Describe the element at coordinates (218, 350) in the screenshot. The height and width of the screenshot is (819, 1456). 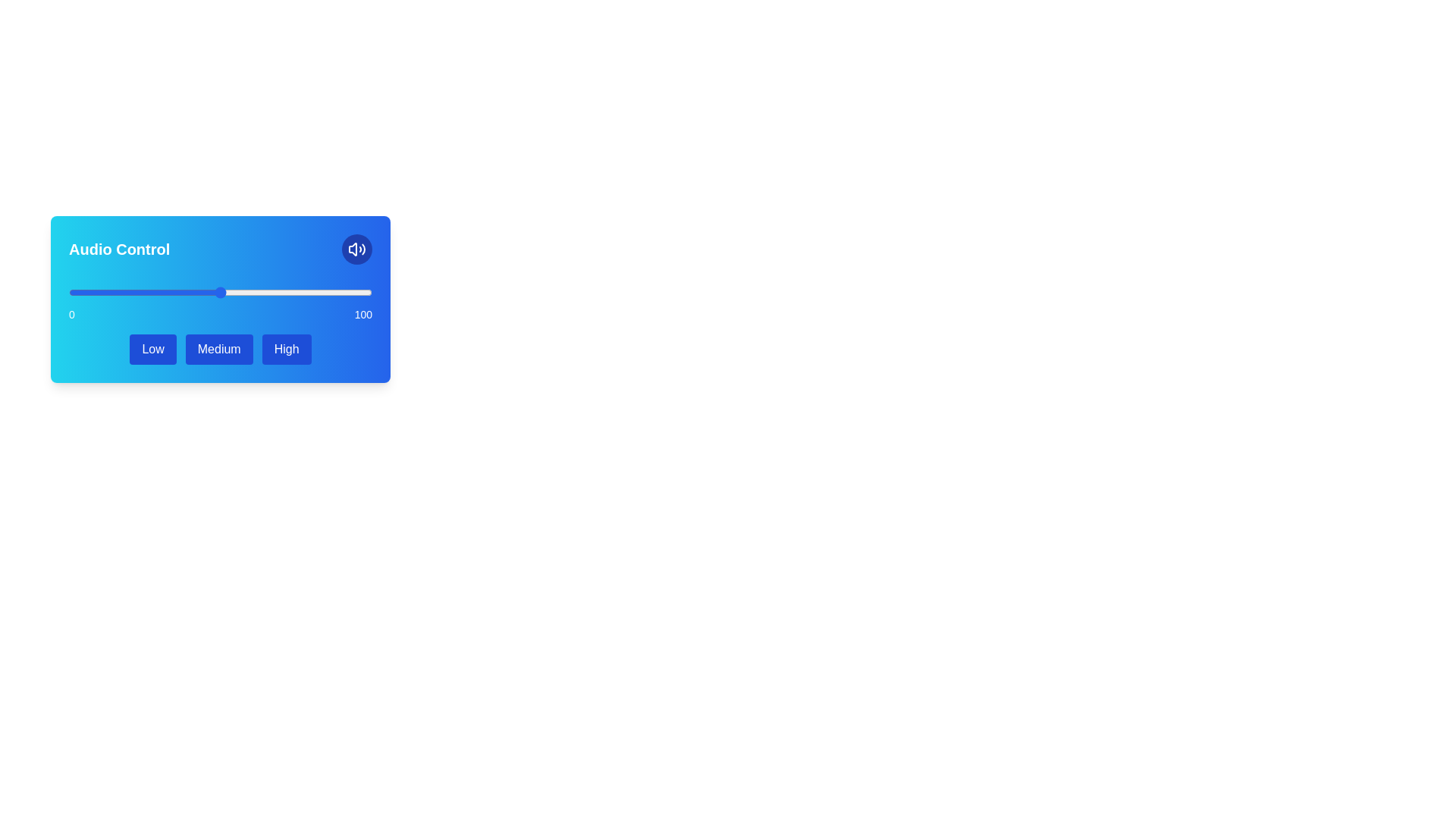
I see `the 'Medium' button, which is a rectangular button with a blue background and rounded corners` at that location.